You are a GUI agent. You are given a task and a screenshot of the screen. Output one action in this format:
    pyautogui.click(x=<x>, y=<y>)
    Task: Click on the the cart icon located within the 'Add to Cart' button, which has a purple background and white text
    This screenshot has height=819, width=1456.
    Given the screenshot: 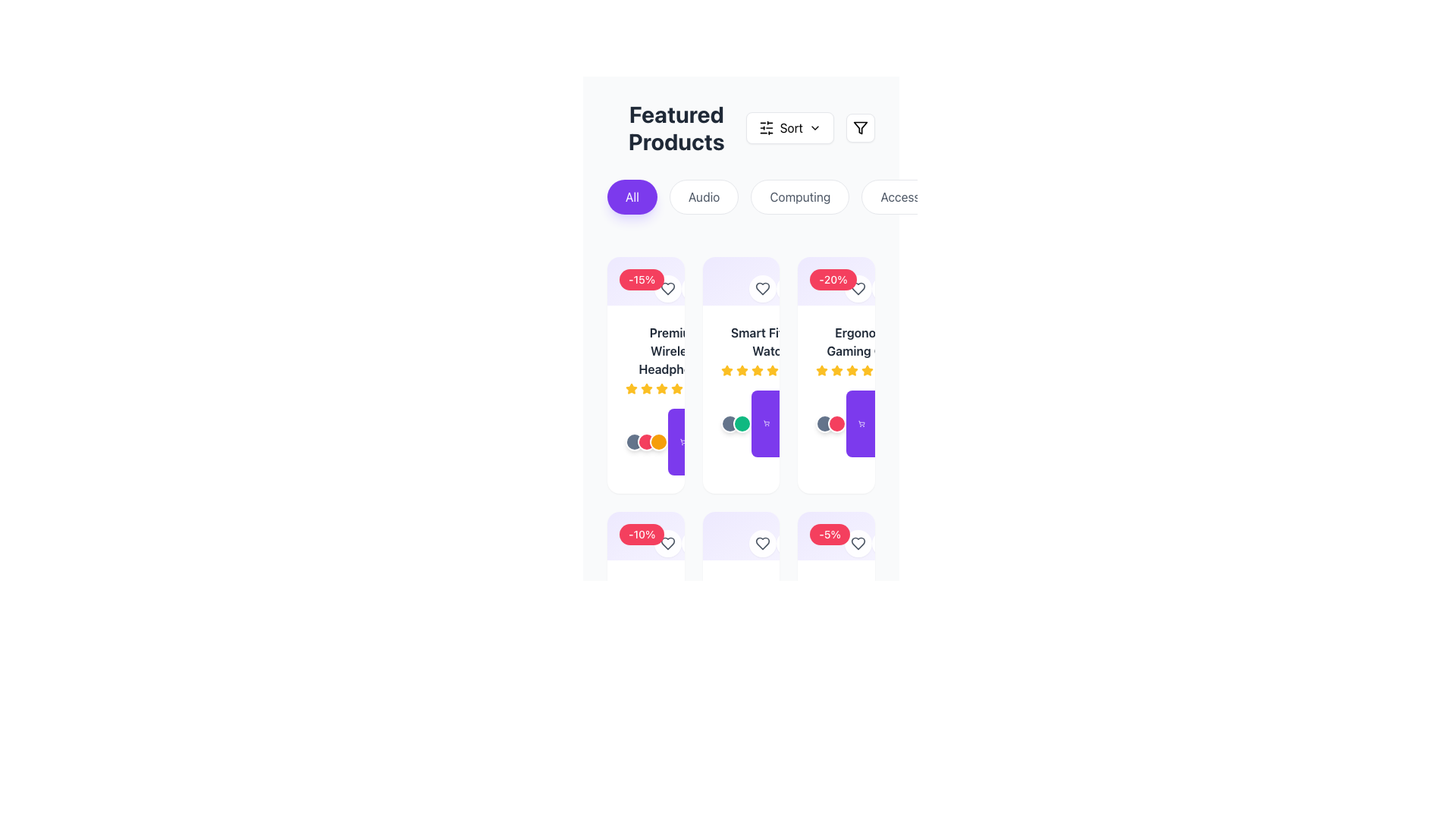 What is the action you would take?
    pyautogui.click(x=682, y=441)
    